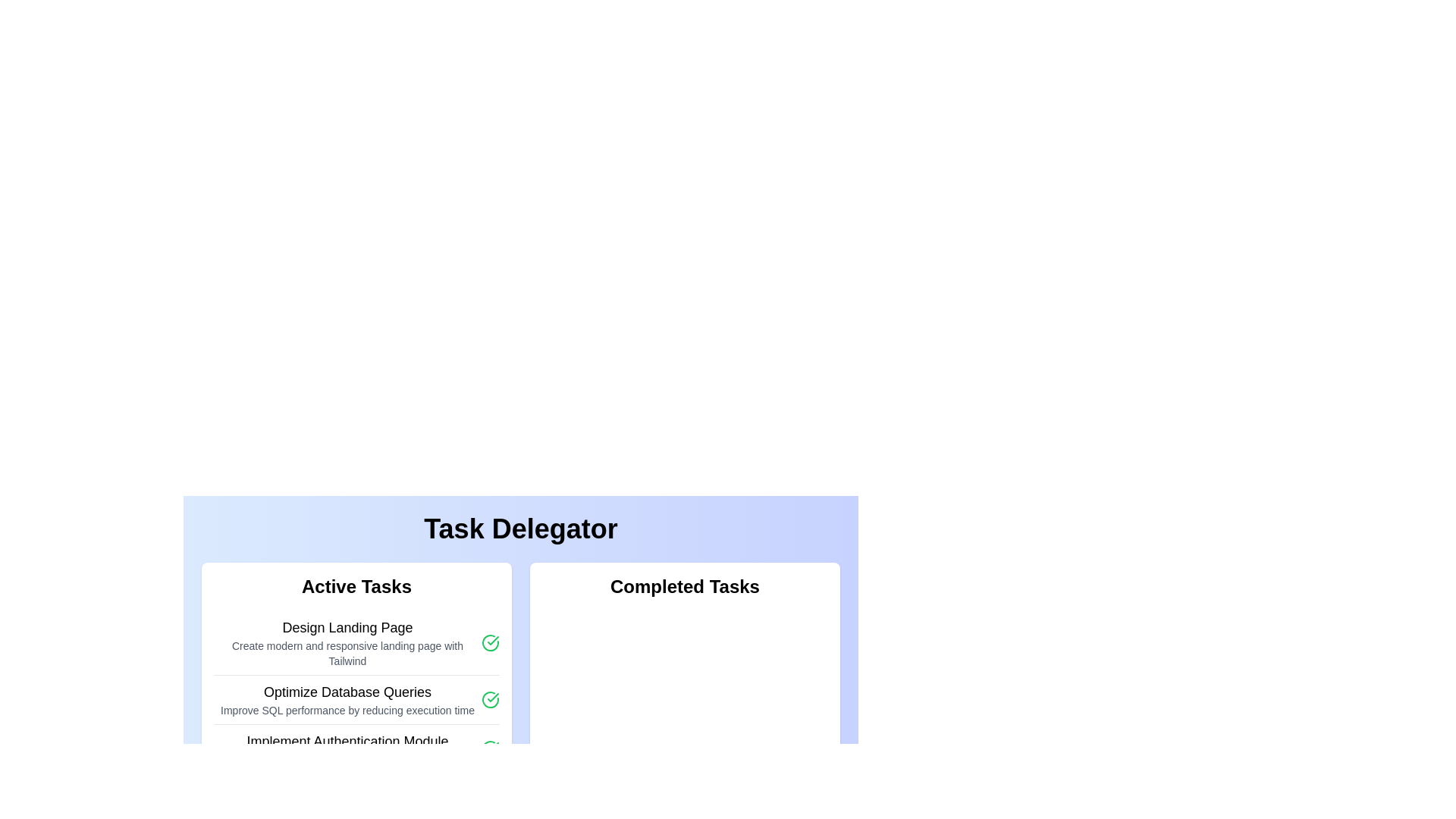 The width and height of the screenshot is (1456, 819). Describe the element at coordinates (491, 643) in the screenshot. I see `the completion indicator icon located to the right of the 'Design Landing Page' text in the 'Active Tasks' section` at that location.